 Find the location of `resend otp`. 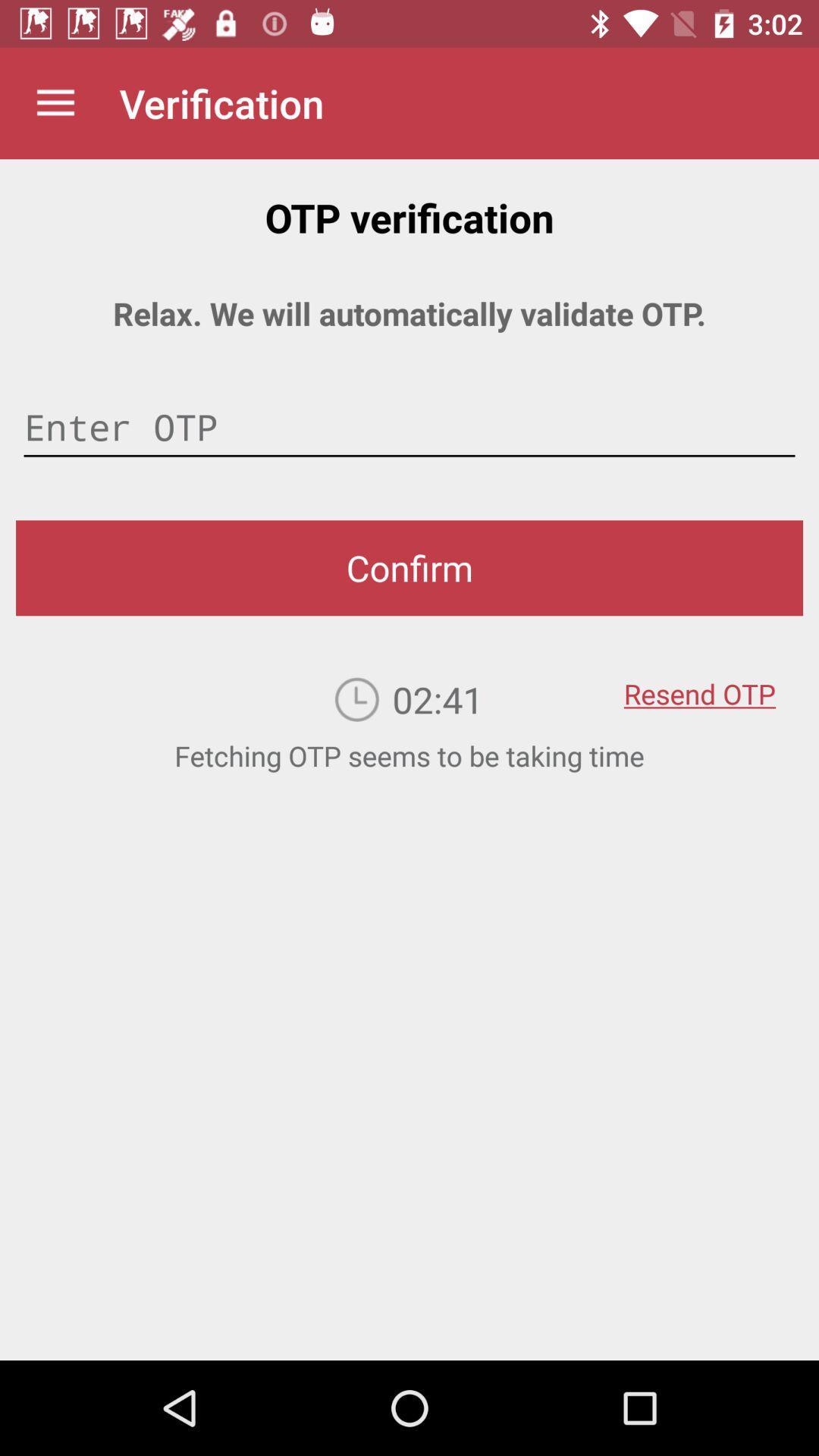

resend otp is located at coordinates (699, 682).